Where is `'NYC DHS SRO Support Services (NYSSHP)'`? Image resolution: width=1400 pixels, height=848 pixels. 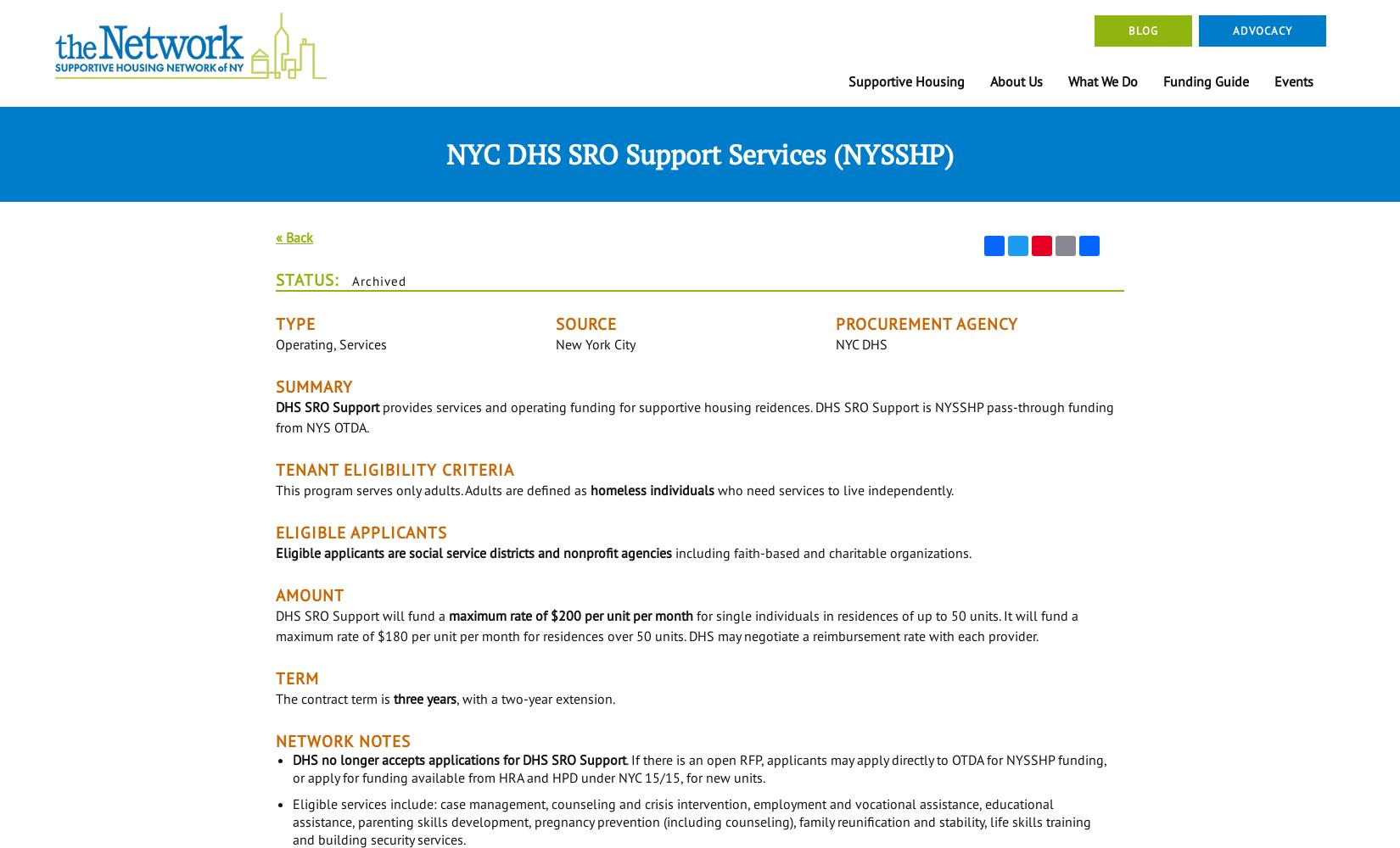
'NYC DHS SRO Support Services (NYSSHP)' is located at coordinates (700, 154).